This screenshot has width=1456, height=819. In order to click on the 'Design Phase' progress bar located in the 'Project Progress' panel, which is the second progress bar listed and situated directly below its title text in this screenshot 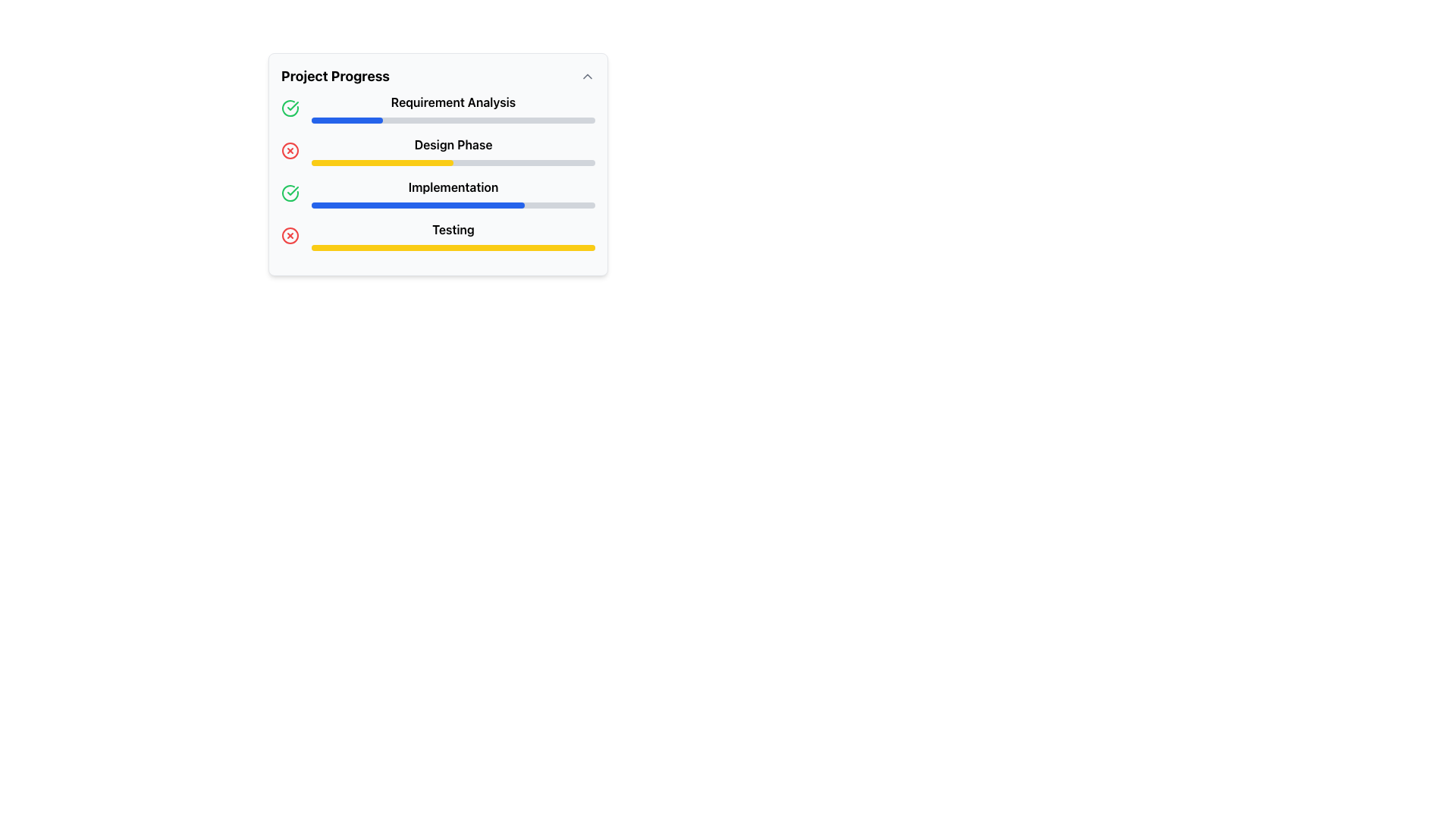, I will do `click(453, 163)`.